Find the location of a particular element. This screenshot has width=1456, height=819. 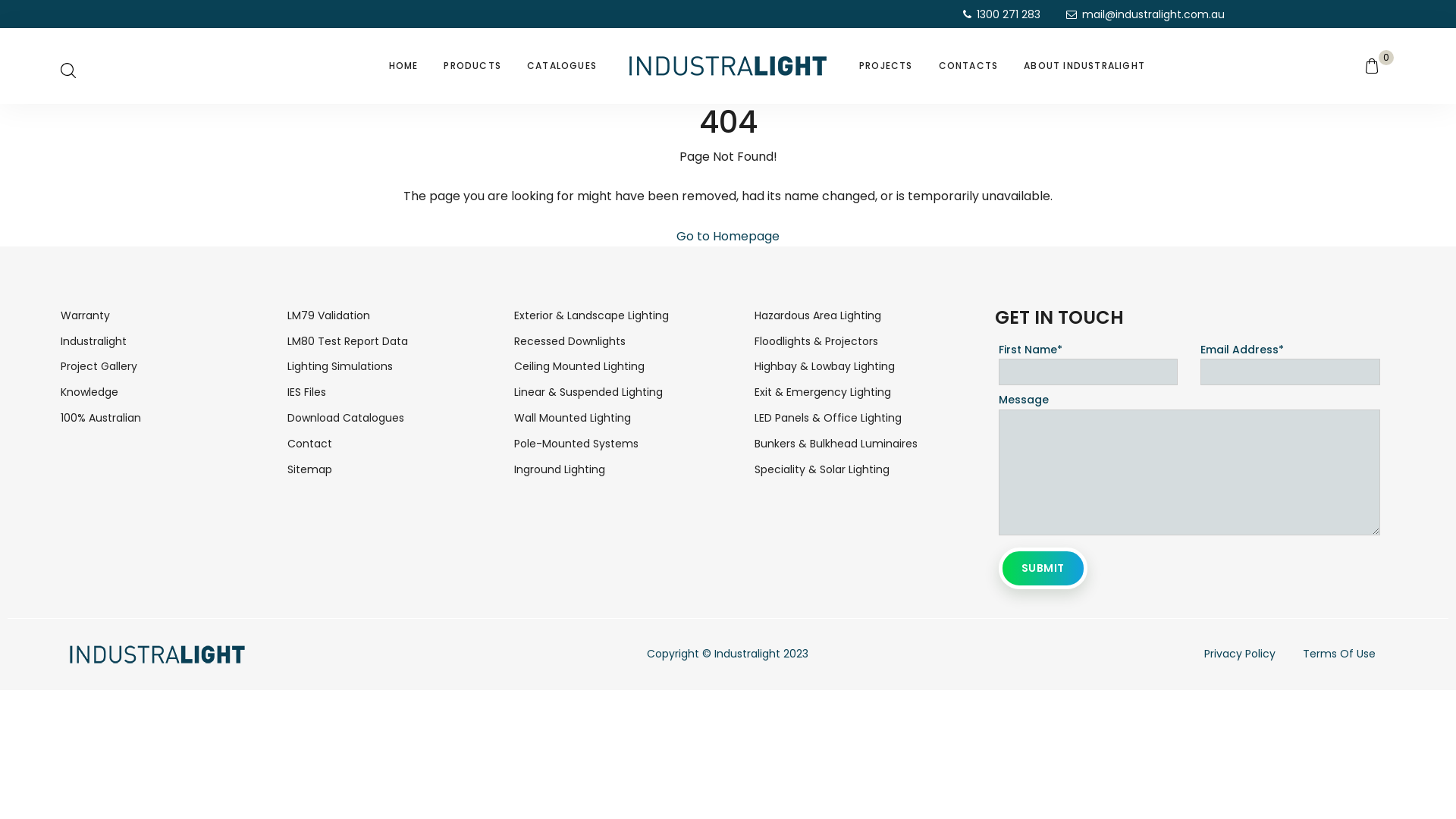

'Contact' is located at coordinates (309, 444).